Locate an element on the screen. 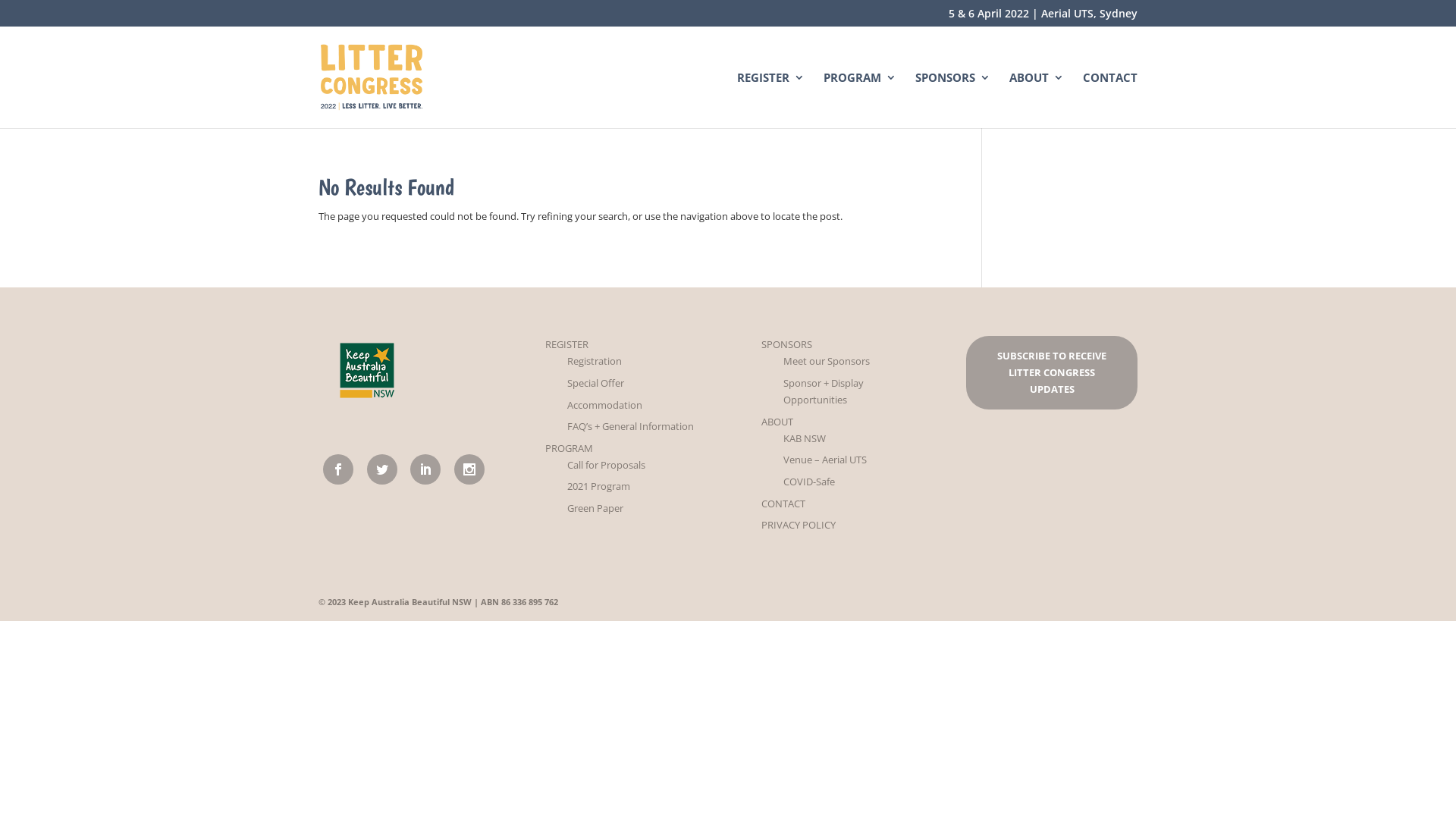 The image size is (1456, 819). 'REGISTER' is located at coordinates (545, 344).